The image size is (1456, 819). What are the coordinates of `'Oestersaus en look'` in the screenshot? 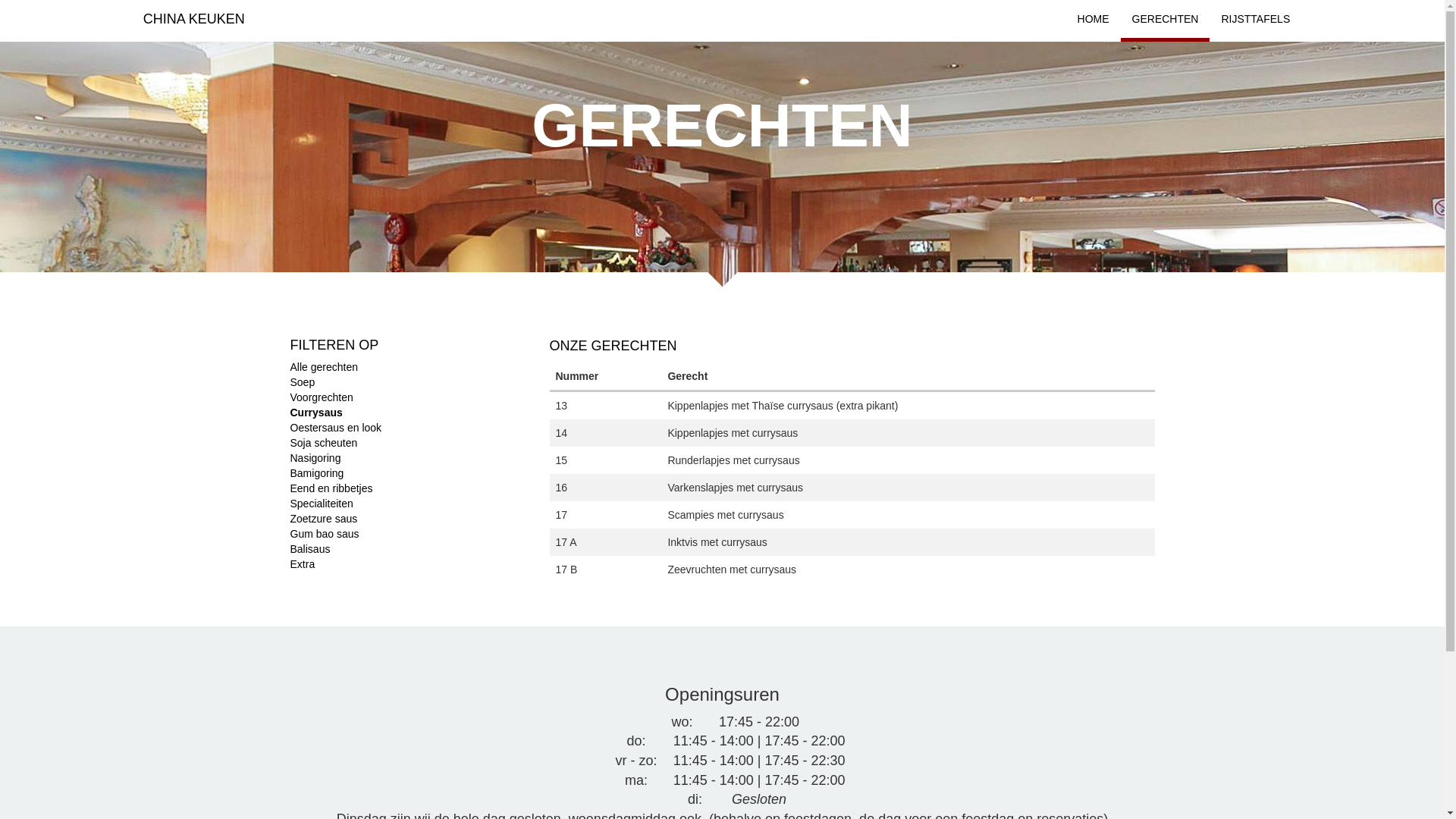 It's located at (334, 427).